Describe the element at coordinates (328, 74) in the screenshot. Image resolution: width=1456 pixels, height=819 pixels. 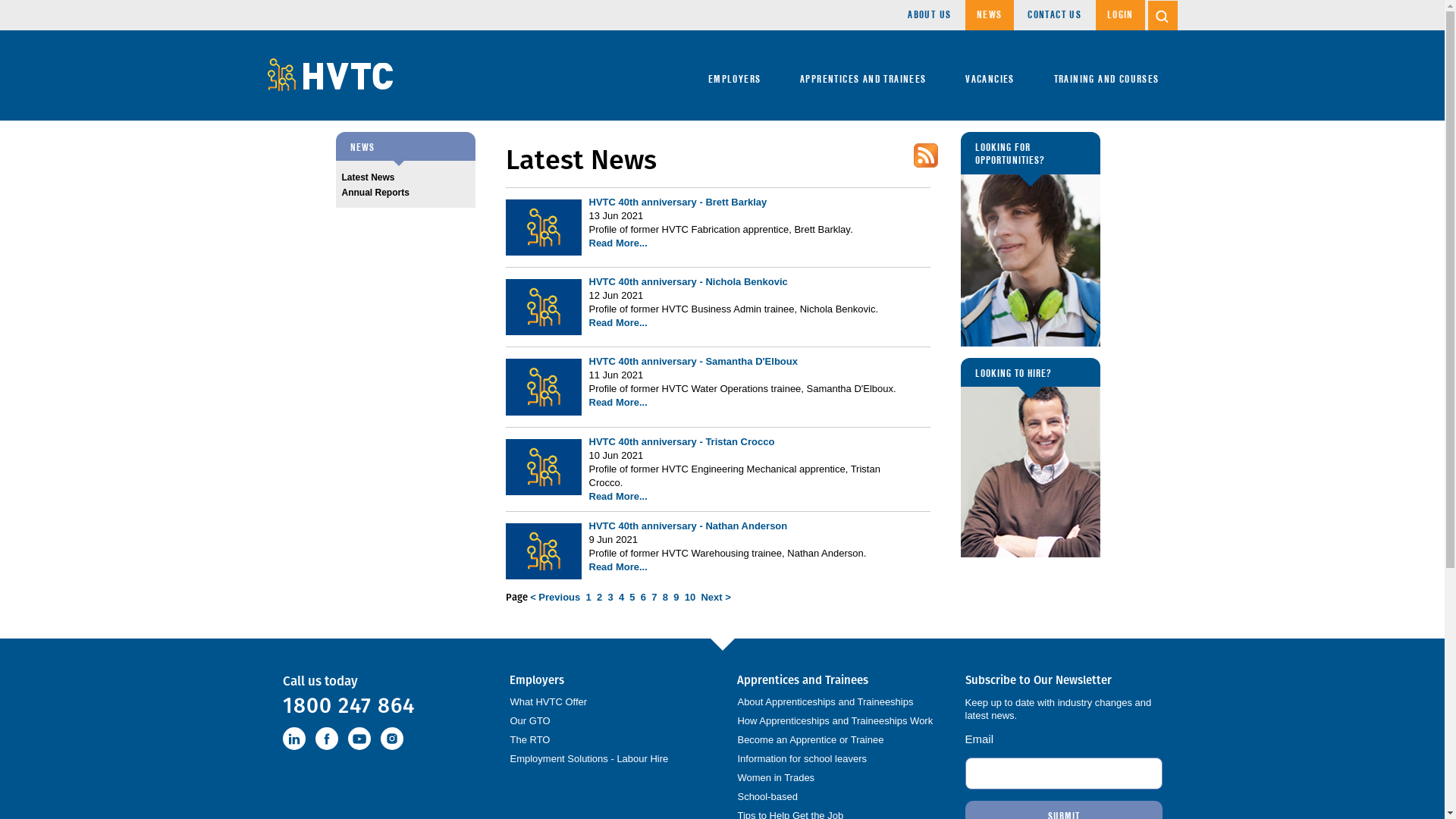
I see `'Hunter Valley Training Company'` at that location.